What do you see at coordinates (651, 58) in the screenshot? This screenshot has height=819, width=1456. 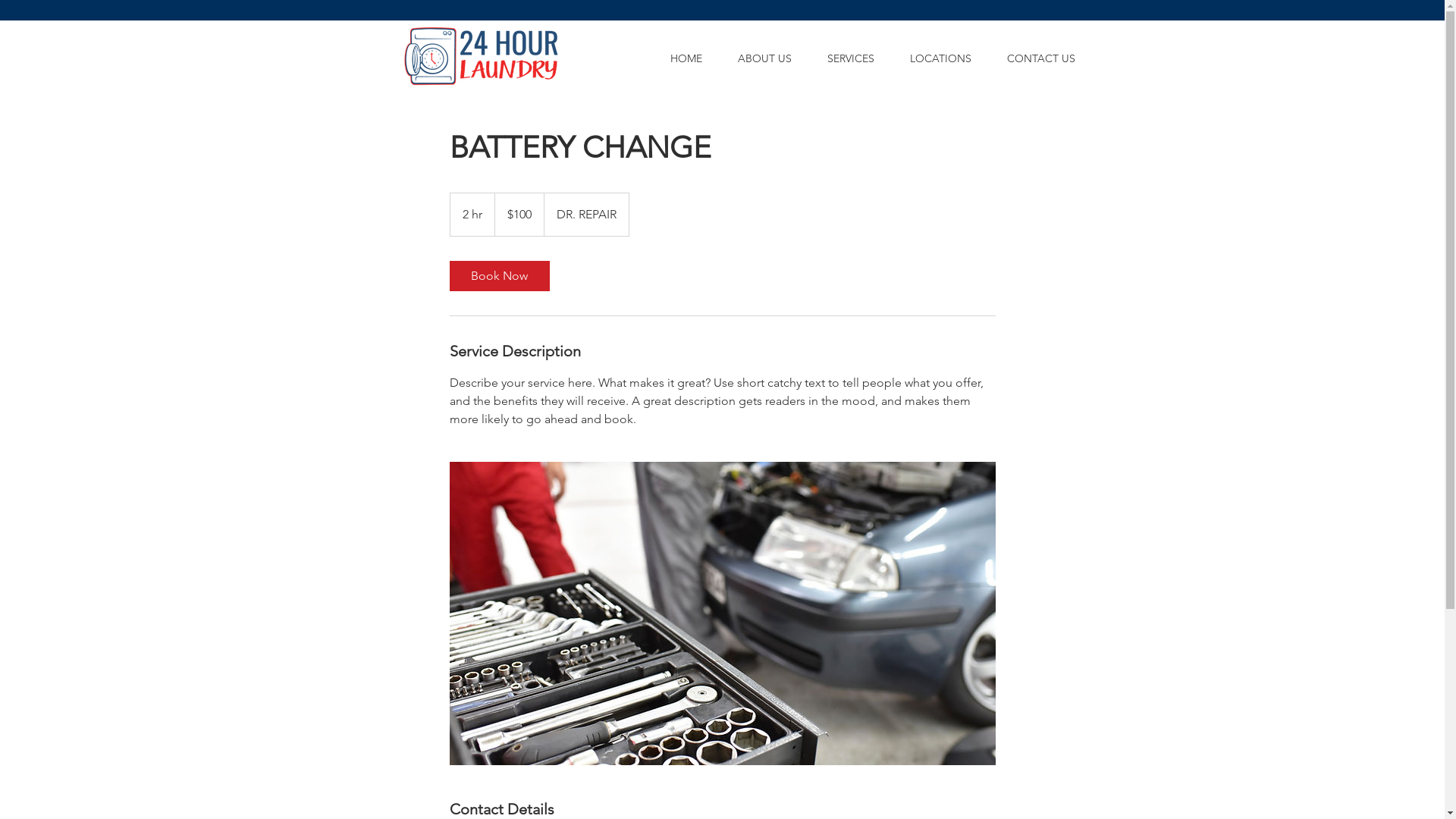 I see `'HOME'` at bounding box center [651, 58].